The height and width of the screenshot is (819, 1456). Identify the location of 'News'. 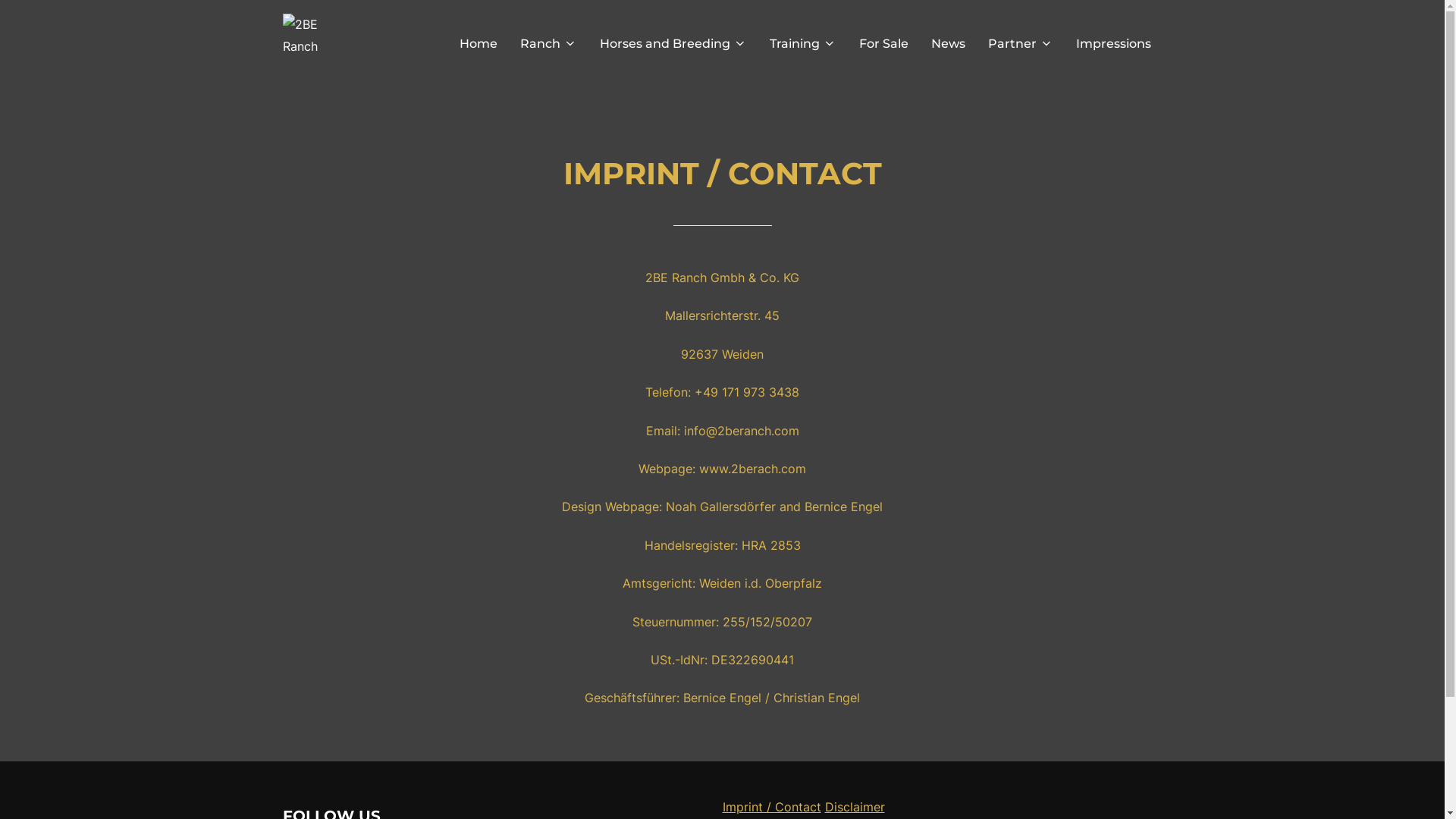
(947, 42).